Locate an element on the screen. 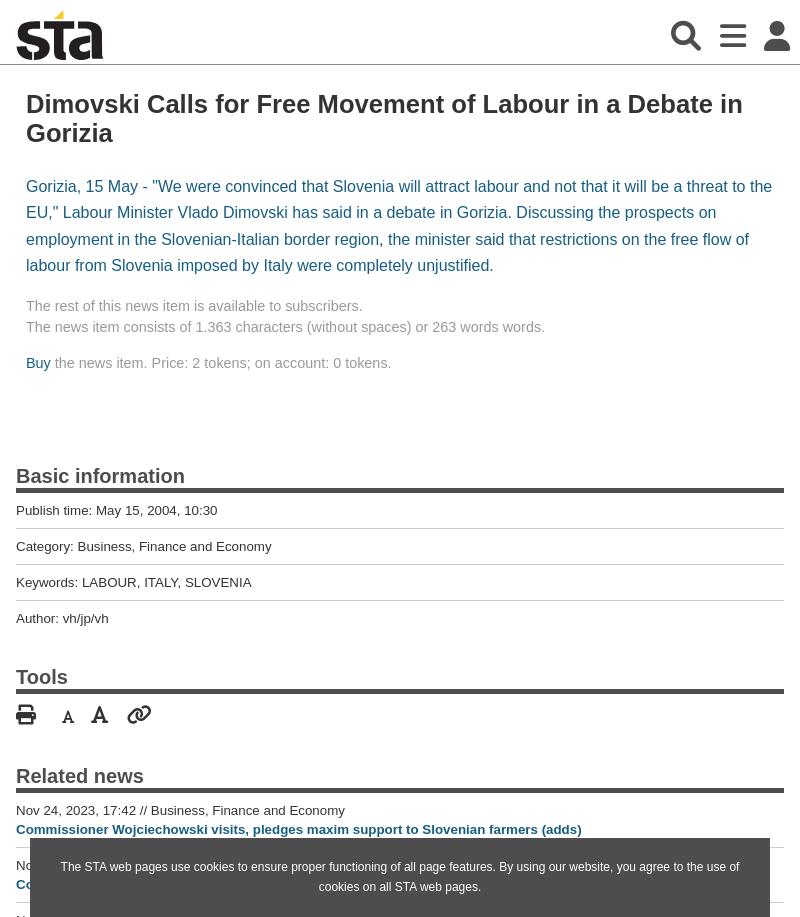 The width and height of the screenshot is (800, 917). 'Keywords:' is located at coordinates (47, 581).